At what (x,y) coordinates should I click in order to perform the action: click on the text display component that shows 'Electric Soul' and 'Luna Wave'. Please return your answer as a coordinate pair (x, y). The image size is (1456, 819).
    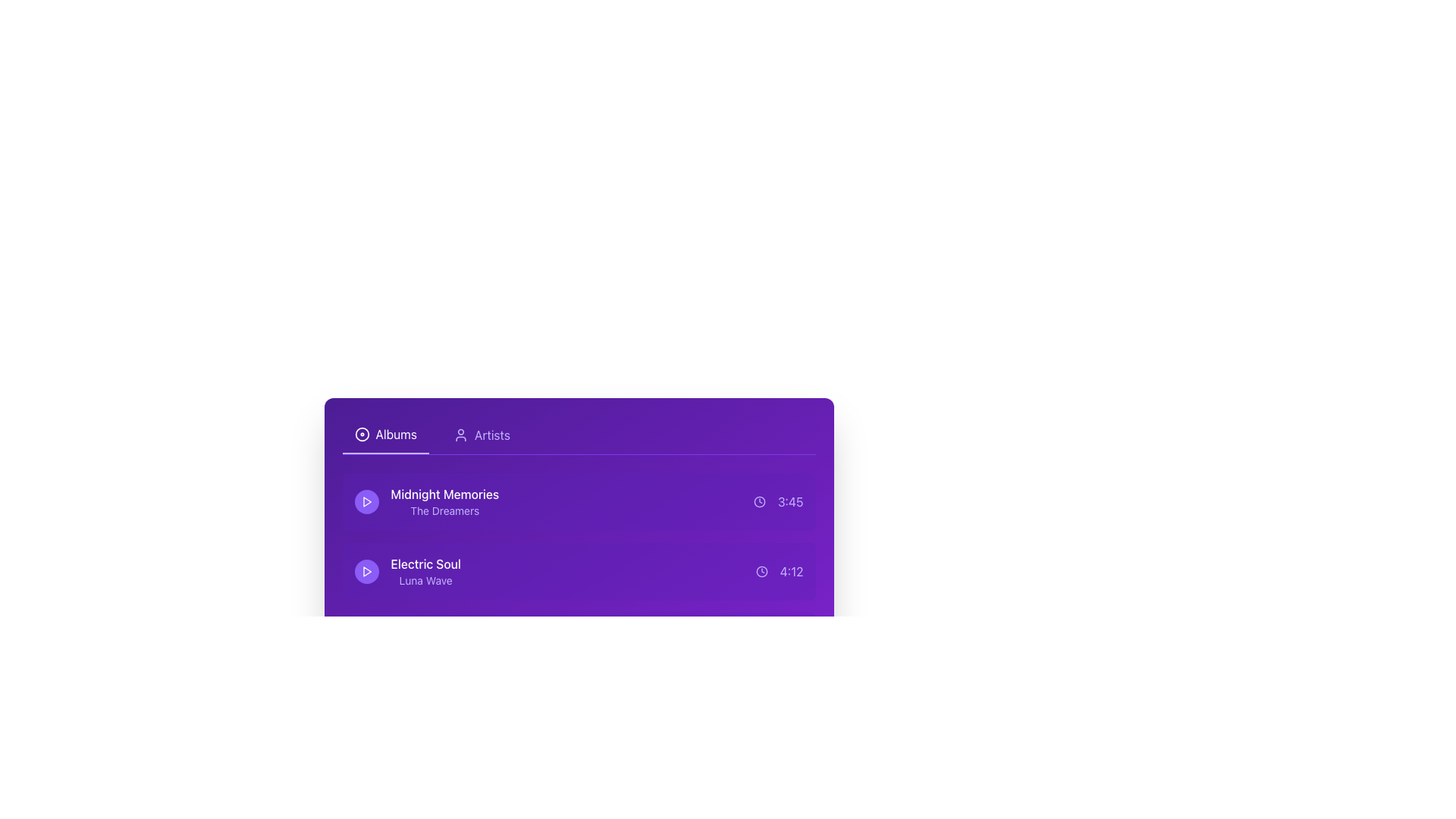
    Looking at the image, I should click on (425, 571).